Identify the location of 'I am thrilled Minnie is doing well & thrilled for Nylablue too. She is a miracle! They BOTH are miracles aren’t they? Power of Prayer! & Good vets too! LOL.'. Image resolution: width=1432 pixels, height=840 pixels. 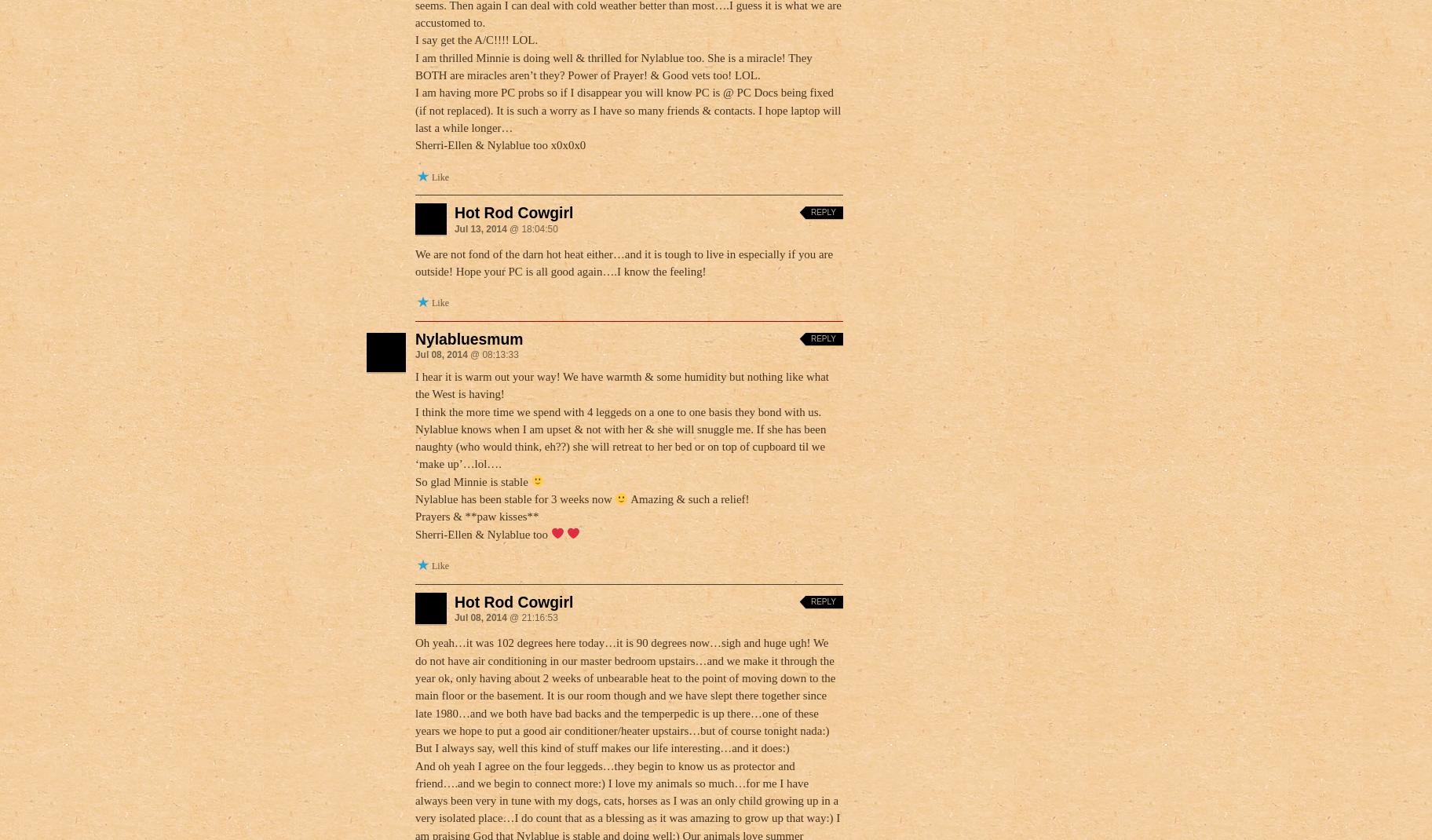
(613, 65).